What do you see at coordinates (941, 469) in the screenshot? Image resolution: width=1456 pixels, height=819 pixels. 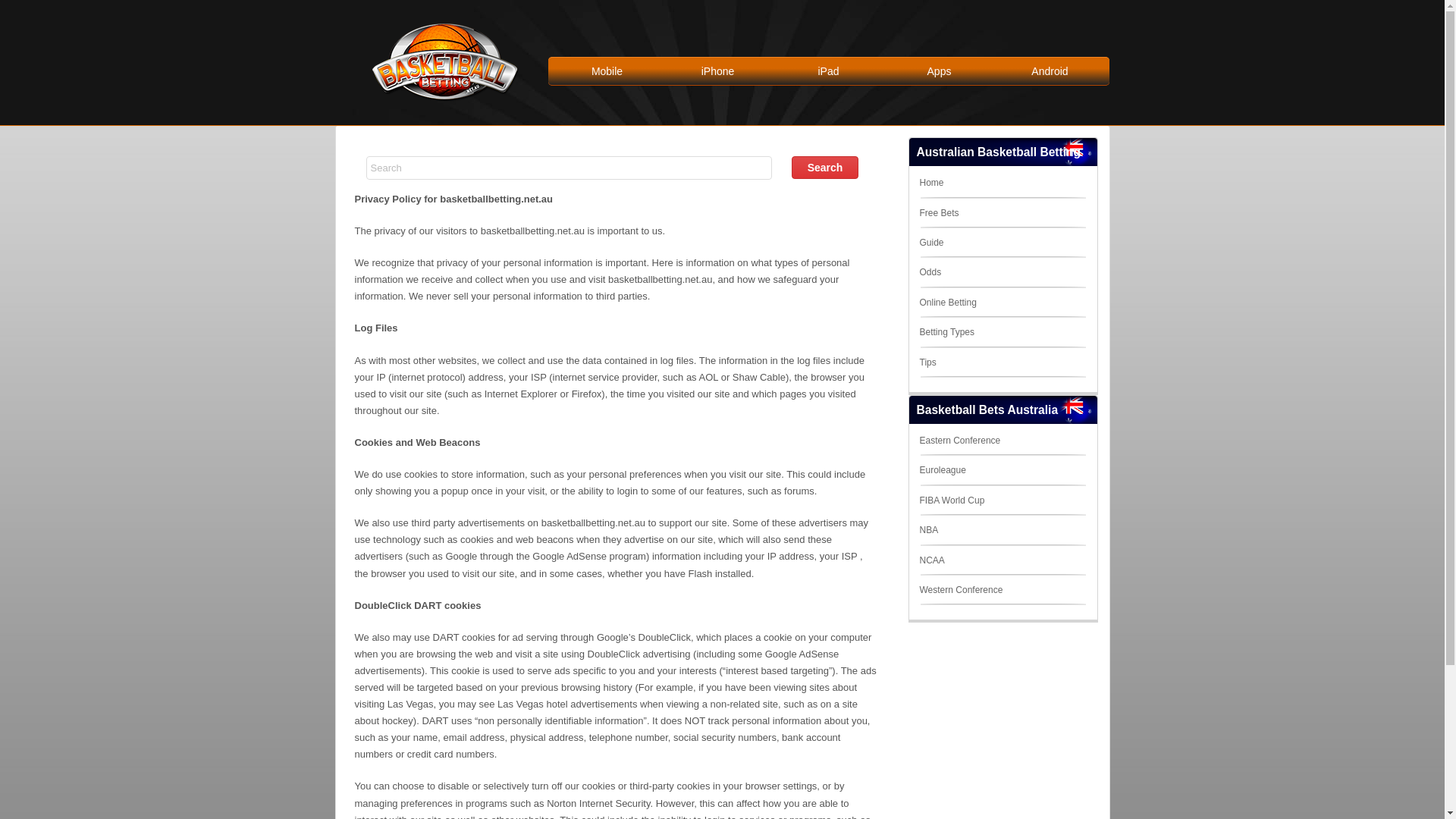 I see `'Euroleague'` at bounding box center [941, 469].